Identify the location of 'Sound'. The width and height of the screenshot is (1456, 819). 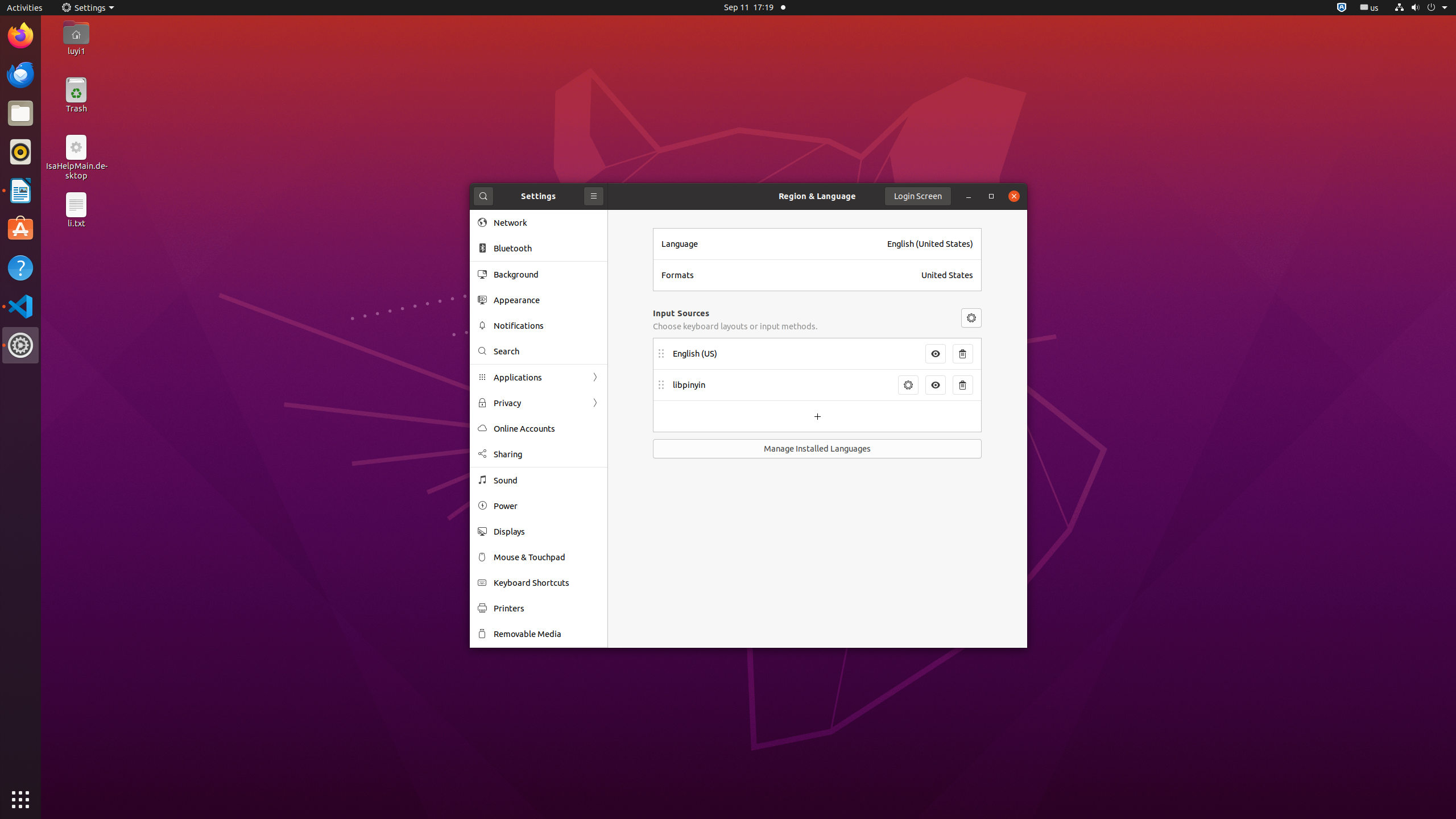
(547, 479).